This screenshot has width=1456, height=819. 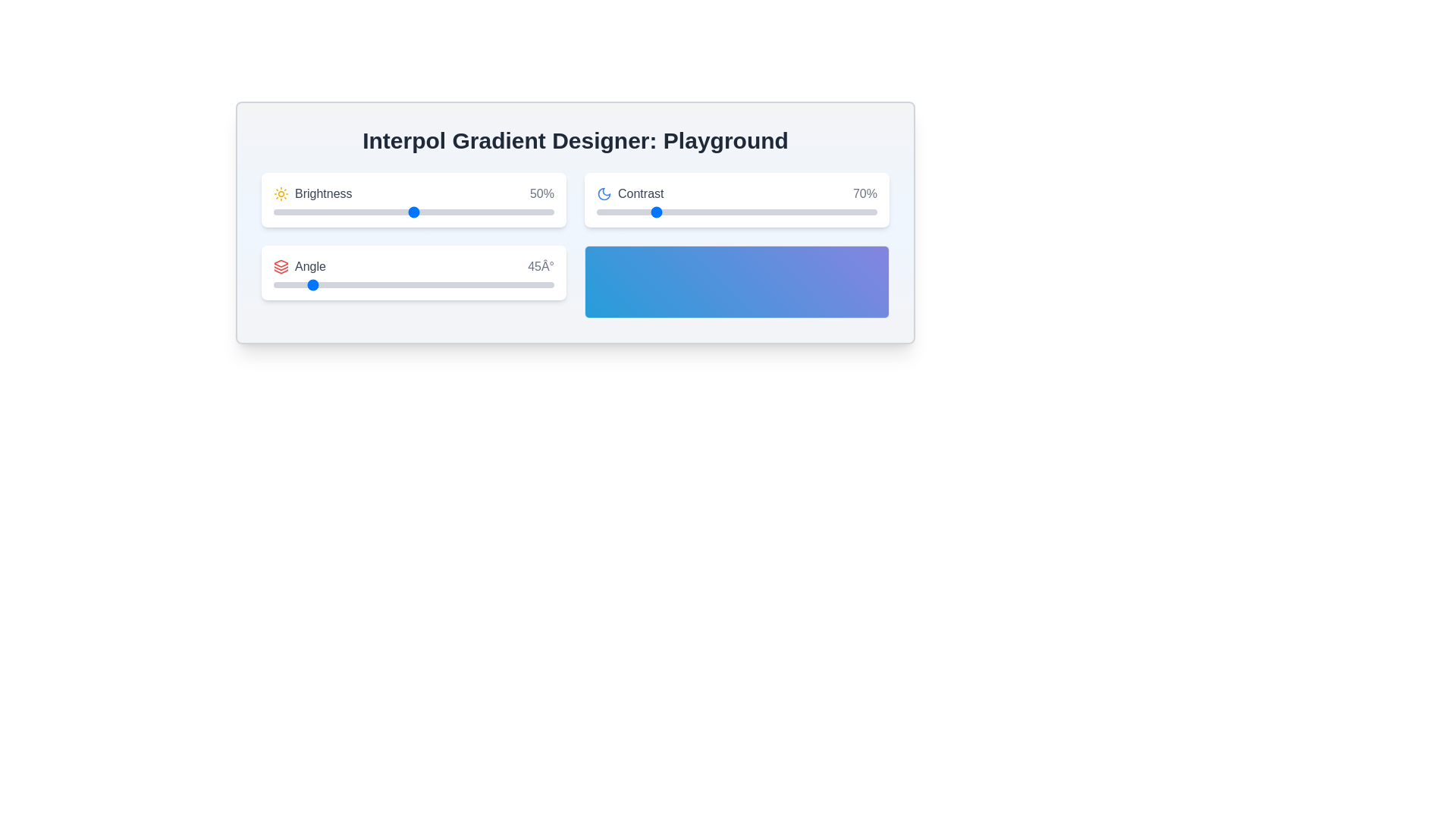 I want to click on the angle slider, so click(x=337, y=284).